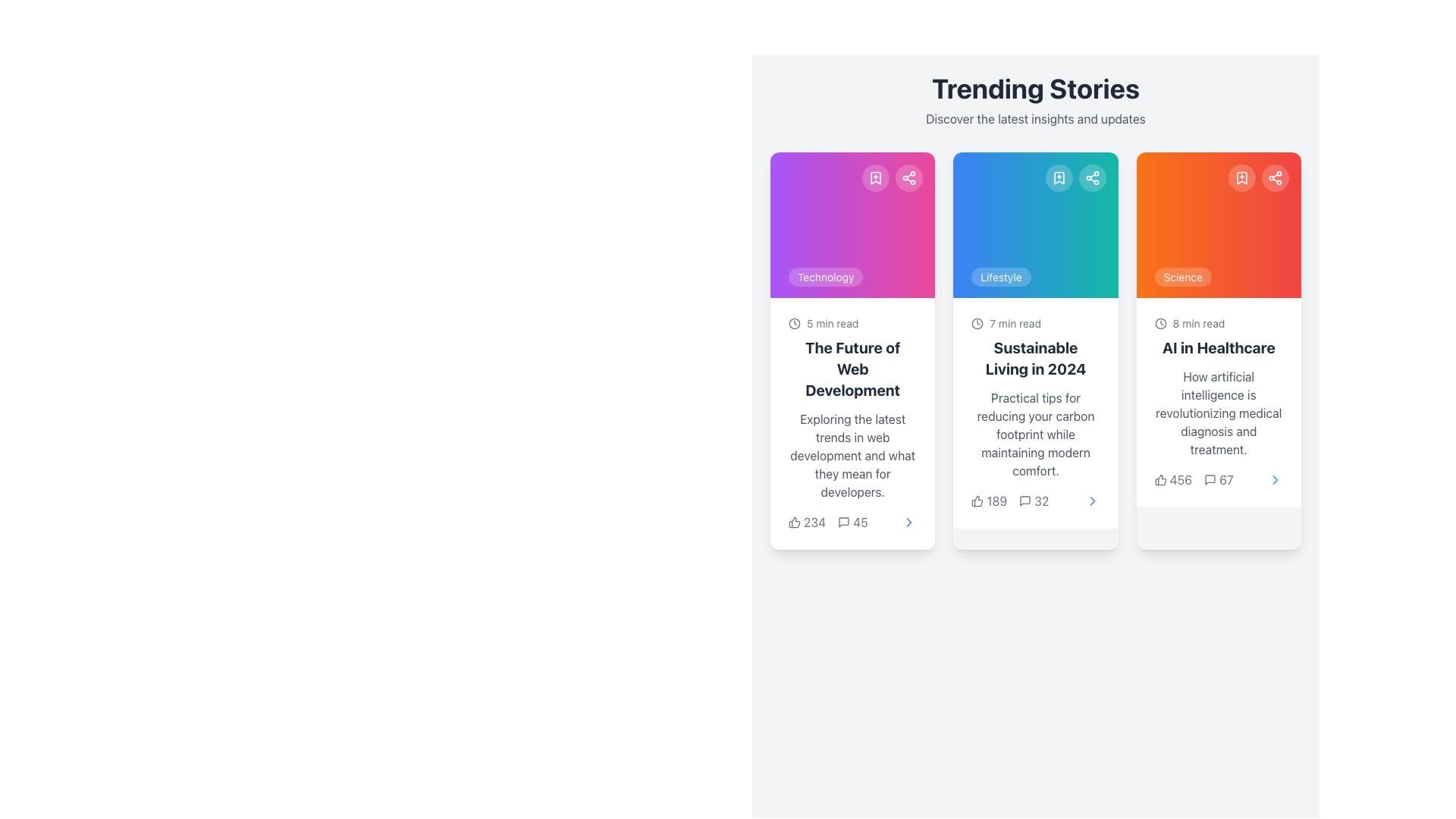 The height and width of the screenshot is (819, 1456). I want to click on the Static Text element that serves as a descriptive subtitle under the heading 'Trending Stories', so click(1035, 118).